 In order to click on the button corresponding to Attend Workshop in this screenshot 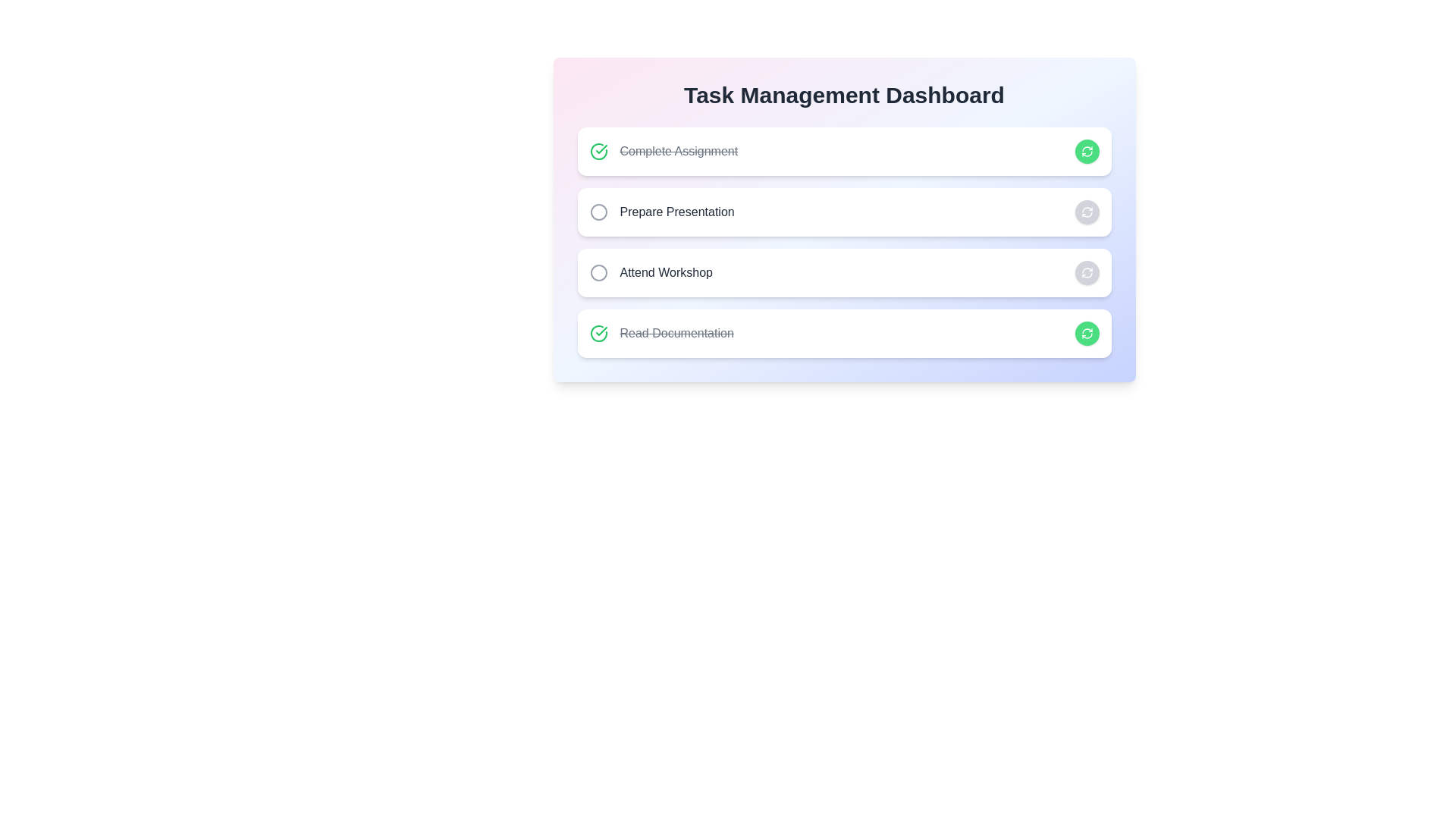, I will do `click(1086, 271)`.